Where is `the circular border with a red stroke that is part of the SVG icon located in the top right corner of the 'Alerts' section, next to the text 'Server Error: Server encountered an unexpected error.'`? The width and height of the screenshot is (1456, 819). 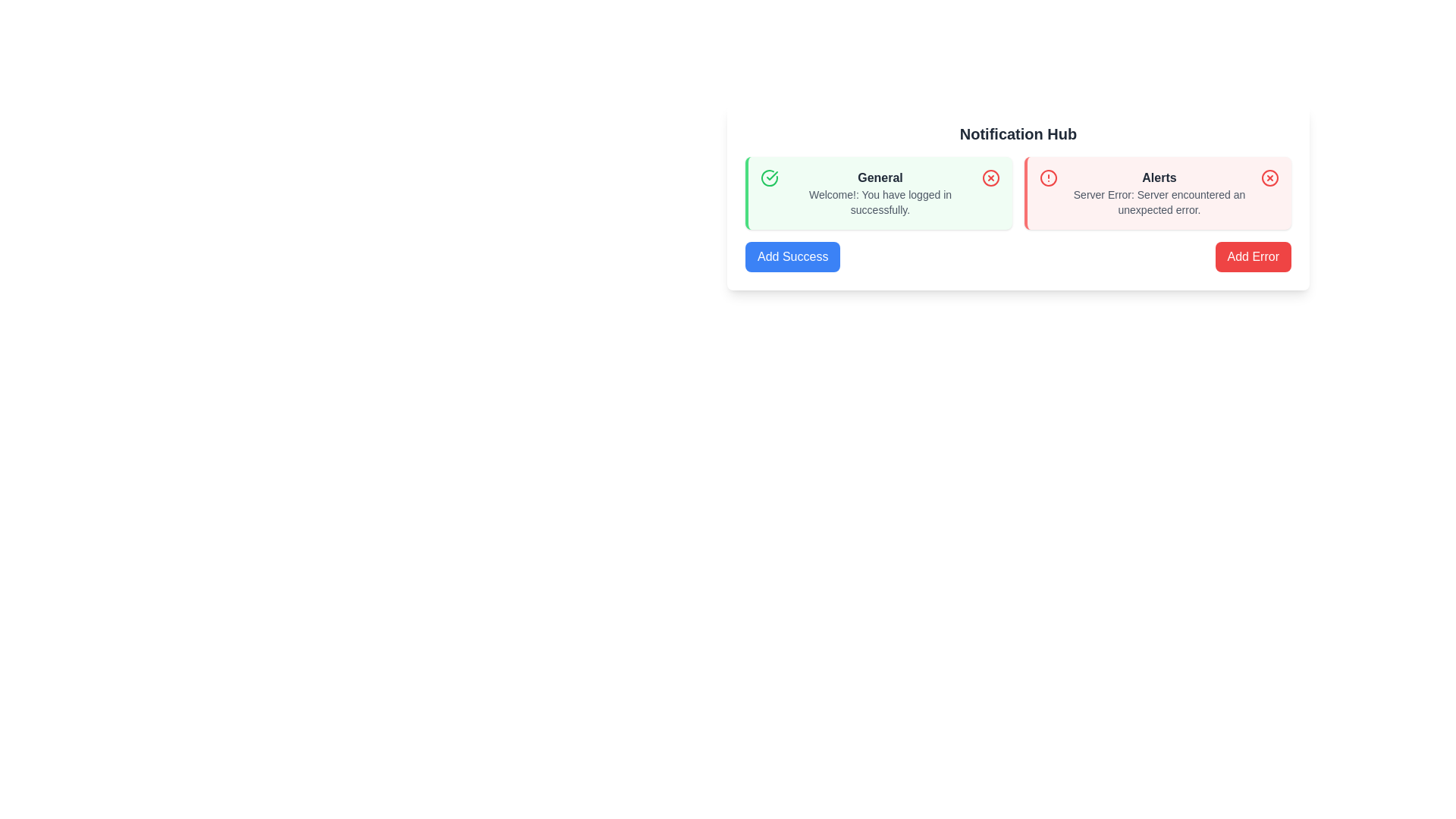 the circular border with a red stroke that is part of the SVG icon located in the top right corner of the 'Alerts' section, next to the text 'Server Error: Server encountered an unexpected error.' is located at coordinates (1270, 177).